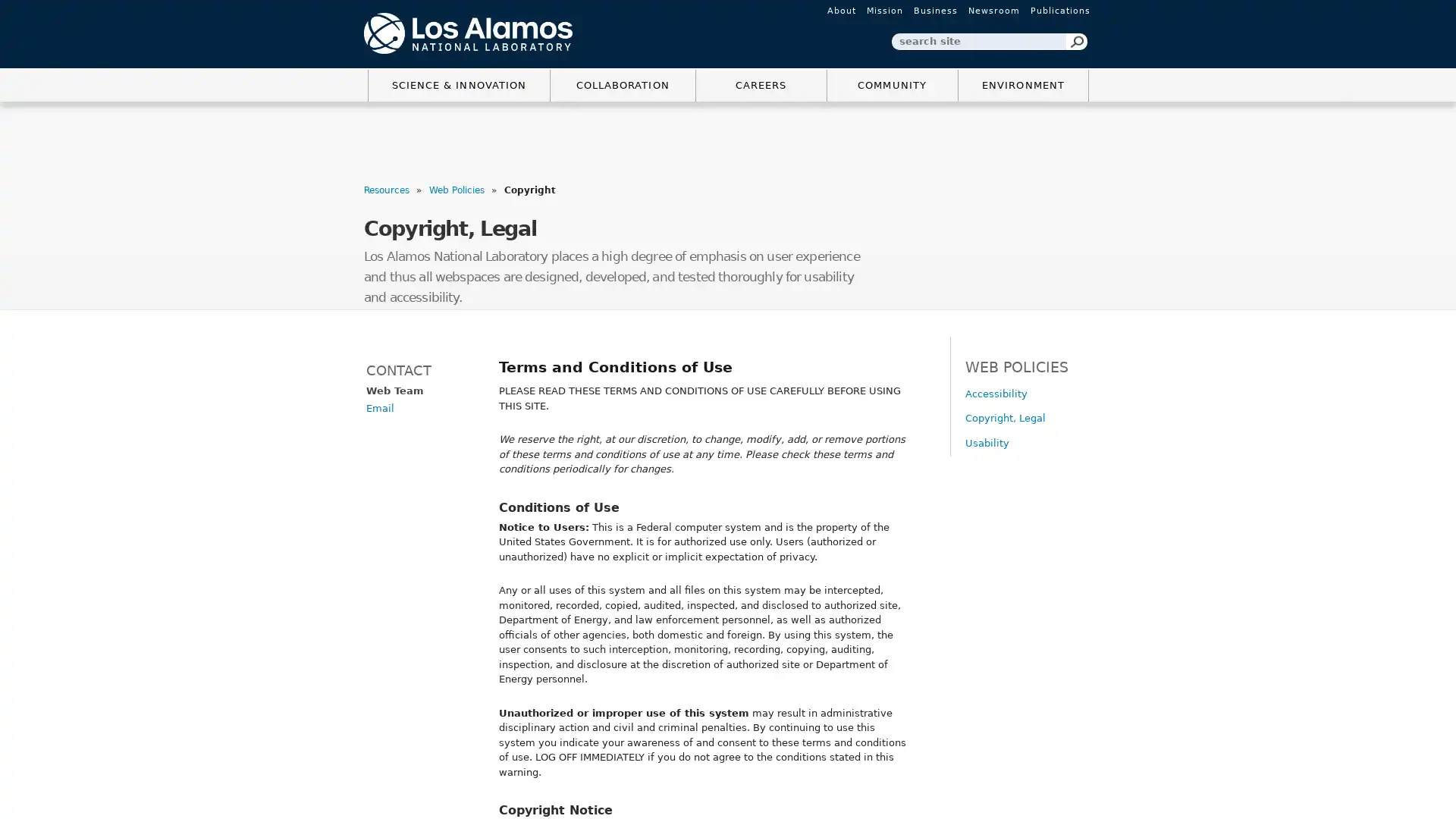 This screenshot has width=1456, height=819. What do you see at coordinates (1076, 40) in the screenshot?
I see `Search Button` at bounding box center [1076, 40].